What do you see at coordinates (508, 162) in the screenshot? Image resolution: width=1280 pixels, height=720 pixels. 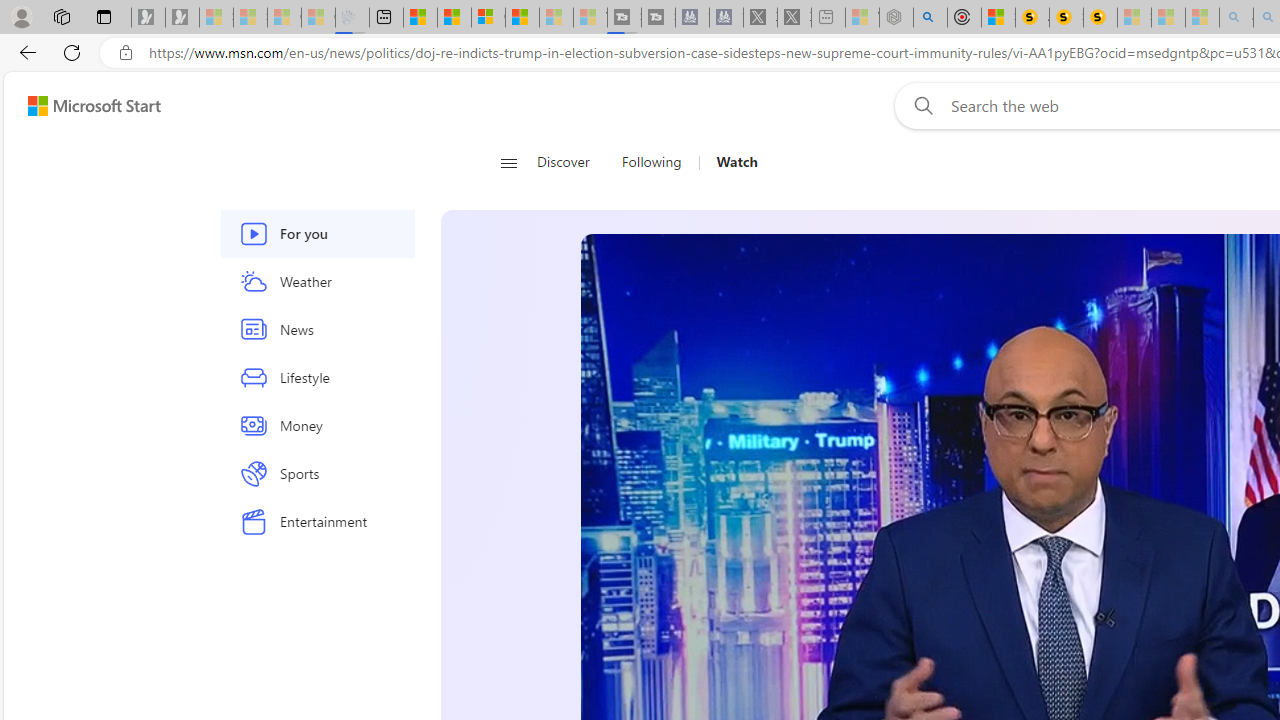 I see `'Open navigation menu'` at bounding box center [508, 162].